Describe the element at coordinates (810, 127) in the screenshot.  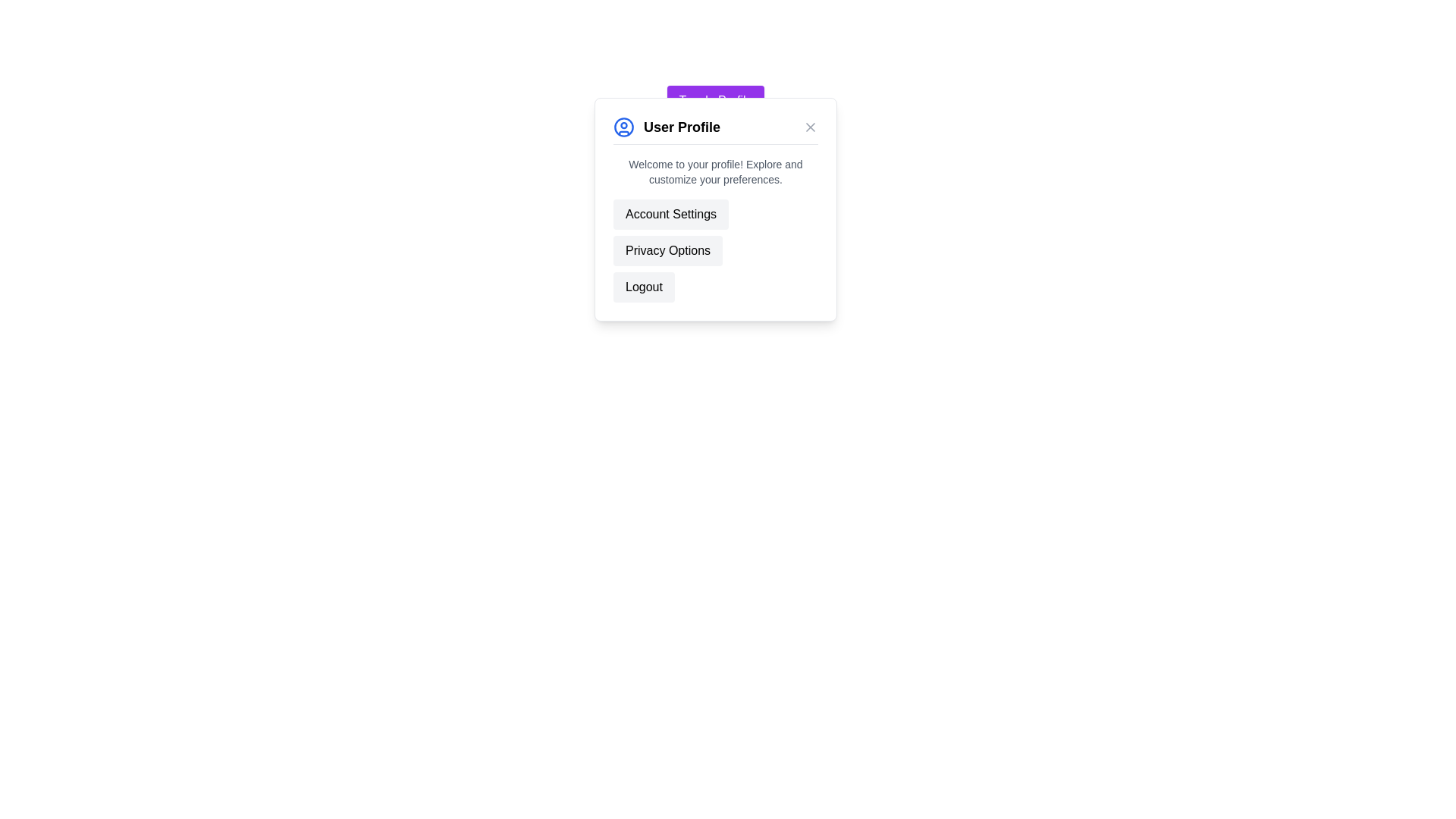
I see `the close button located in the top-right corner of the 'User Profile' modal` at that location.